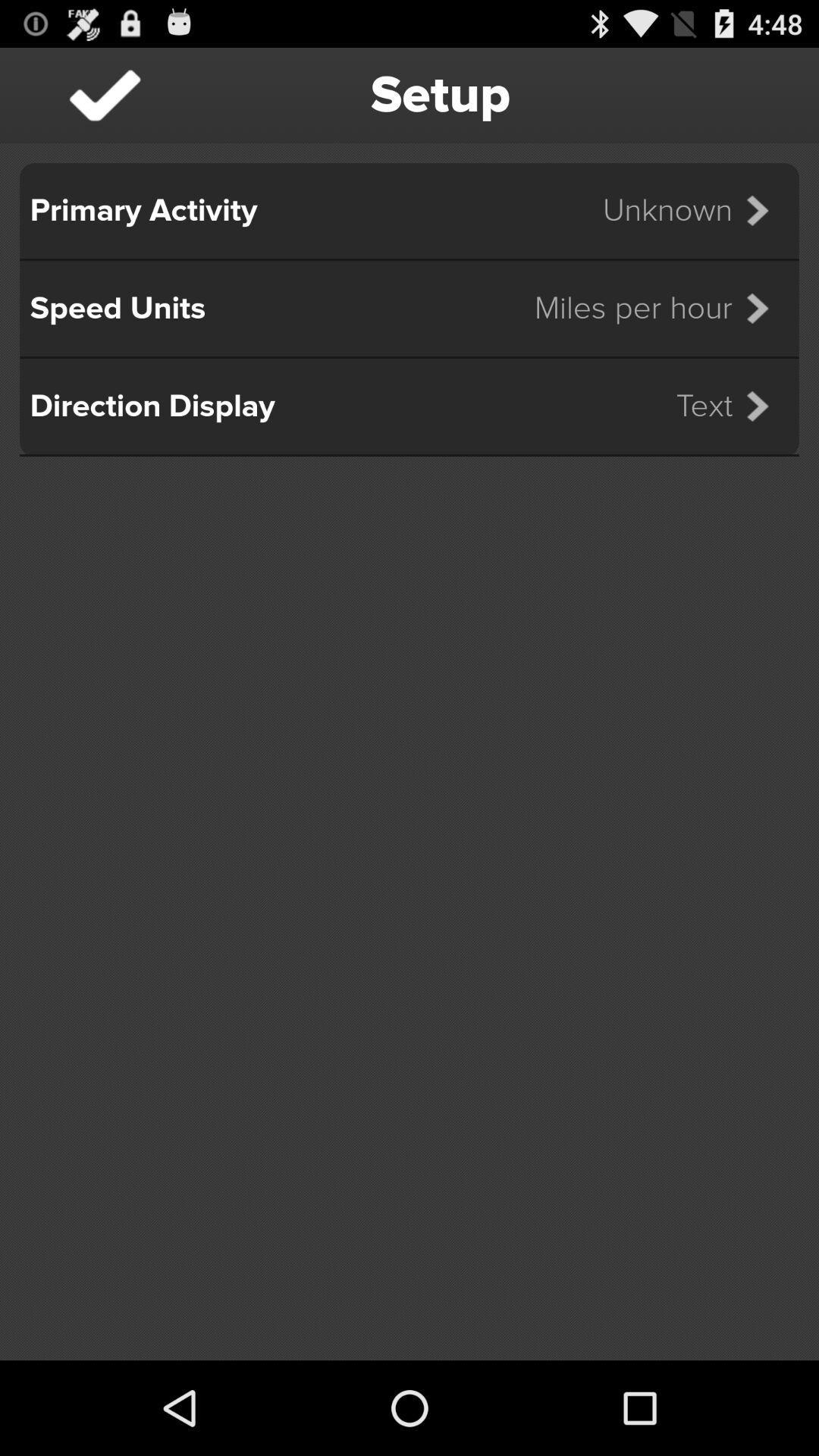 The image size is (819, 1456). What do you see at coordinates (695, 210) in the screenshot?
I see `unknown icon` at bounding box center [695, 210].